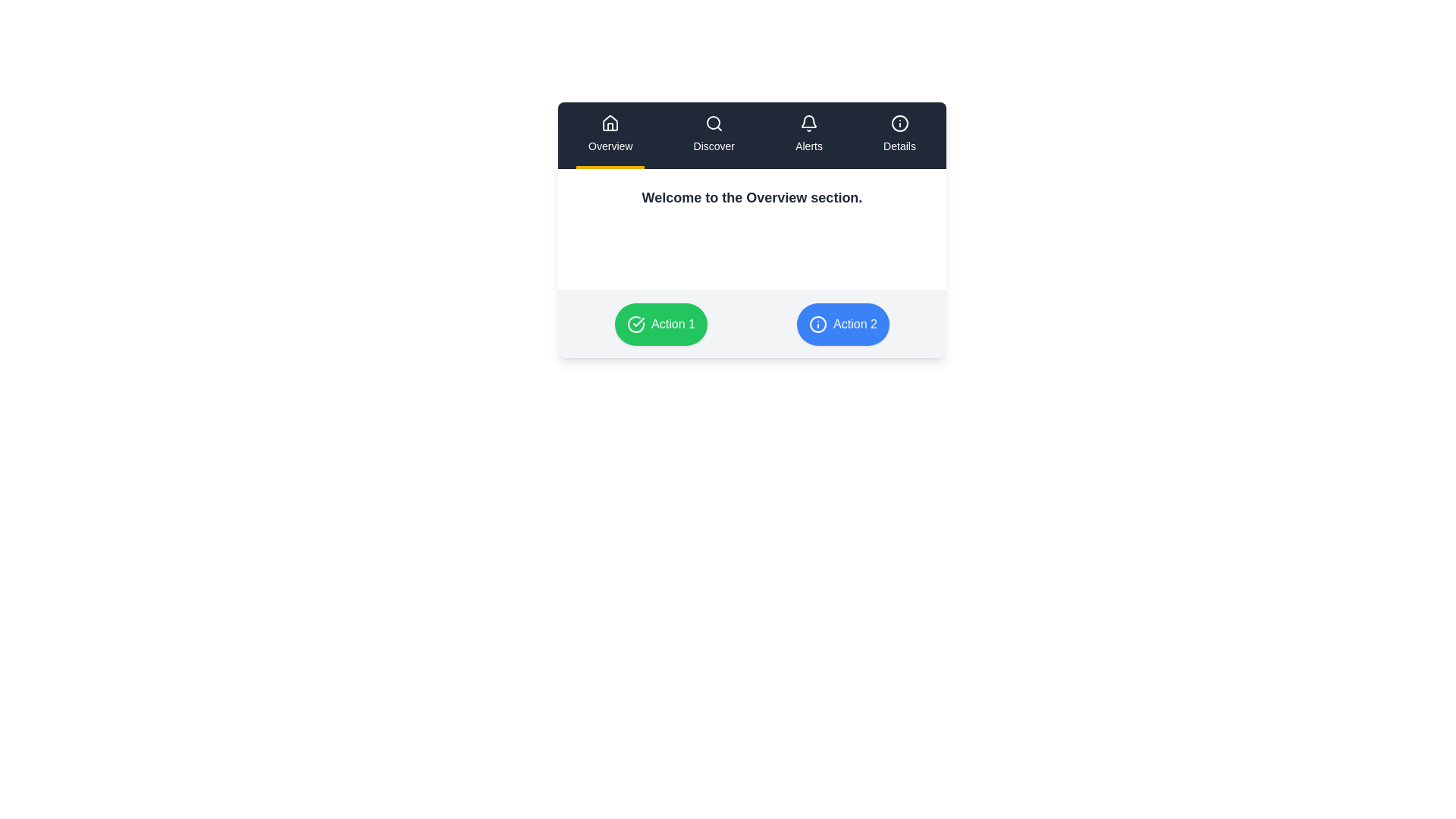 The height and width of the screenshot is (819, 1456). Describe the element at coordinates (713, 122) in the screenshot. I see `the magnifying glass icon in the 'Discover' tab to observe the associated section highlight in the navigation bar` at that location.